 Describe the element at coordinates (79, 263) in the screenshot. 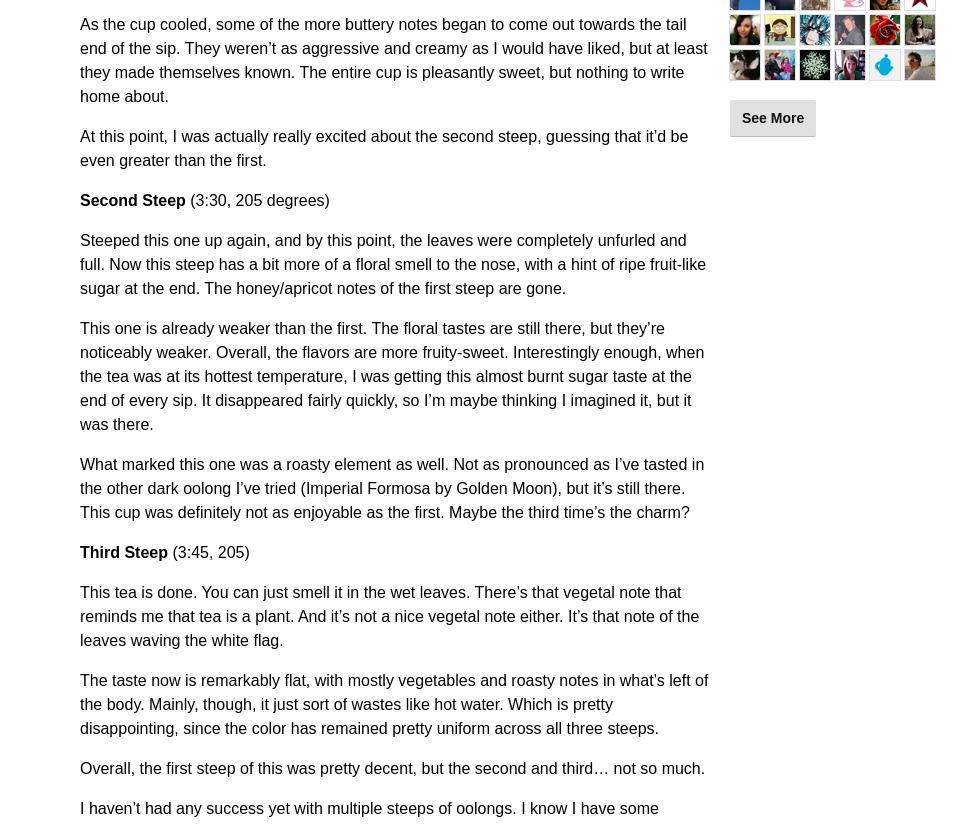

I see `'Steeped this one up again, and by this point, the leaves were completely unfurled and full. Now this steep has a bit more of a floral smell to the nose, with a hint of ripe fruit-like sugar at the end. The honey/apricot notes of the first steep are gone.'` at that location.